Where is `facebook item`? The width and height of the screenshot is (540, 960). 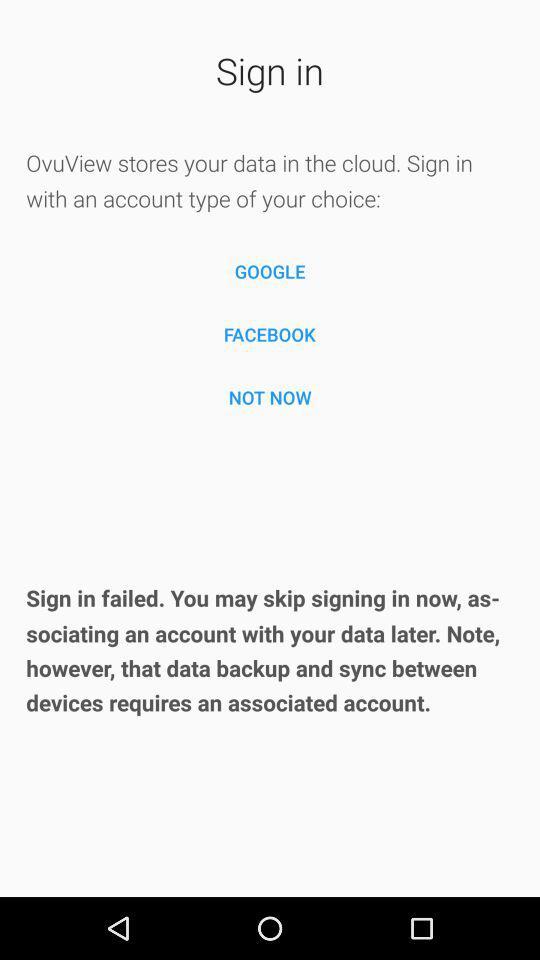 facebook item is located at coordinates (269, 334).